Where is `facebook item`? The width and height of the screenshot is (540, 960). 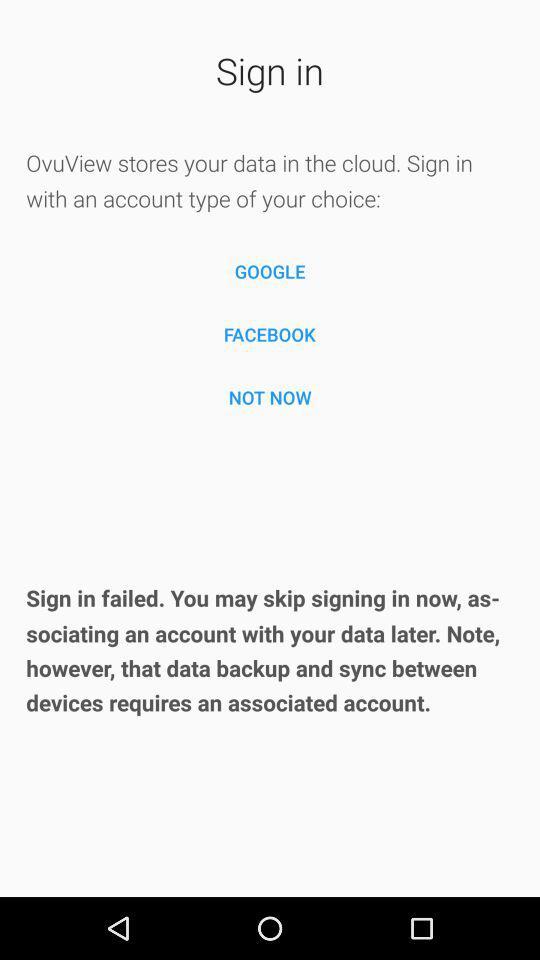 facebook item is located at coordinates (269, 334).